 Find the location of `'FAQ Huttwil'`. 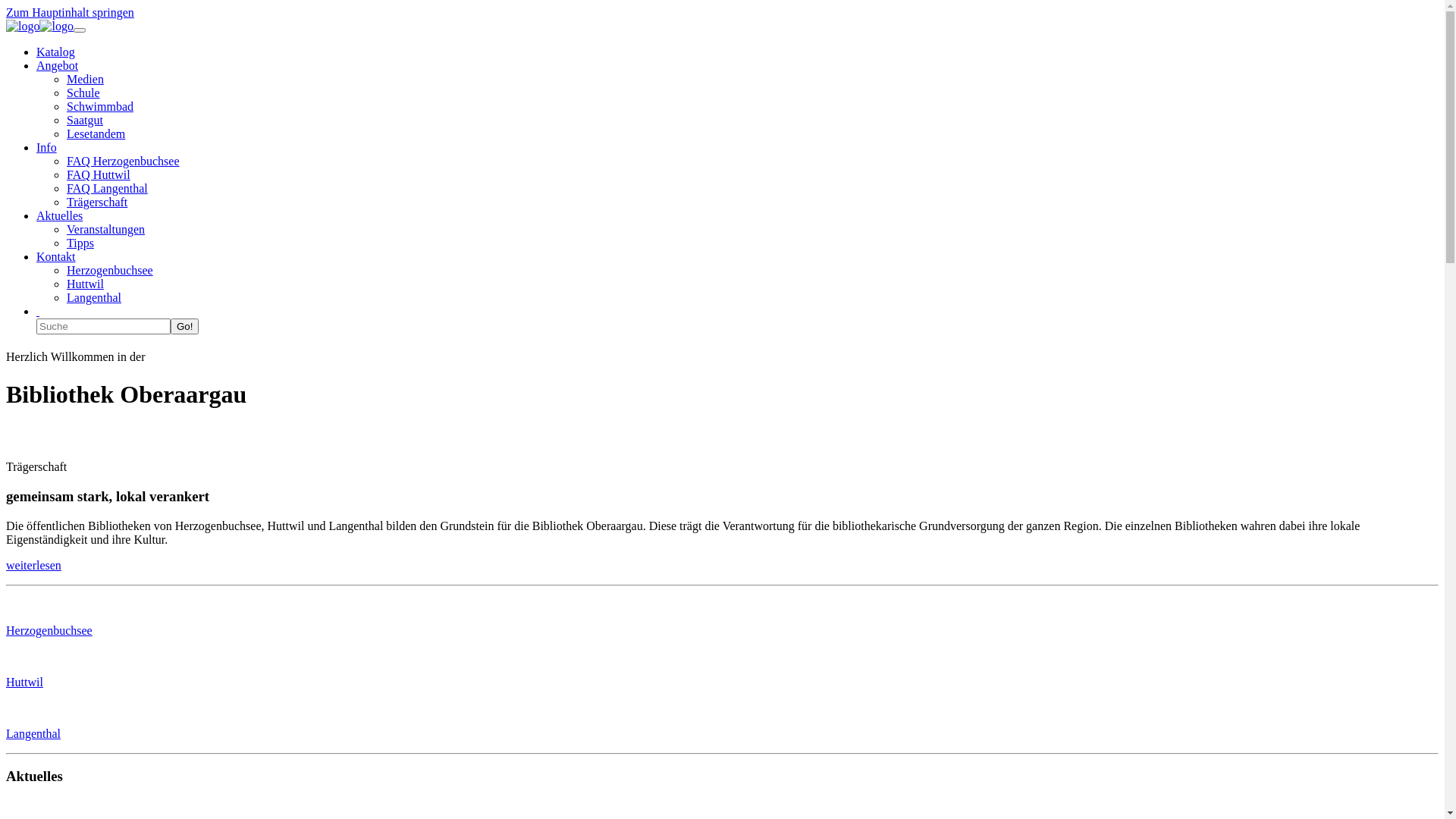

'FAQ Huttwil' is located at coordinates (65, 174).